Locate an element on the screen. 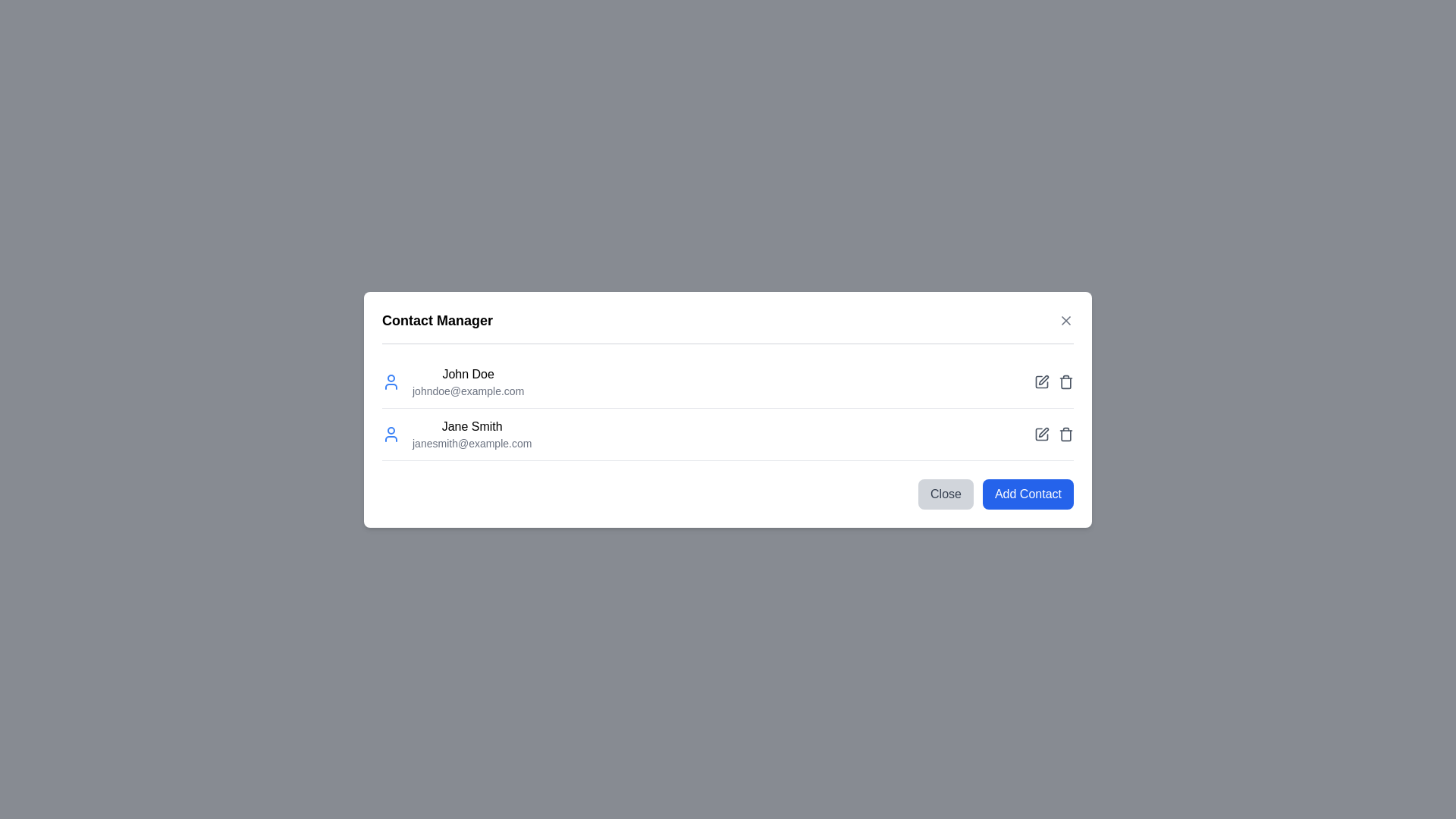 The image size is (1456, 819). the delete icon in the grouped interactive icons for the contact entry 'Jane Smith' is located at coordinates (1053, 433).